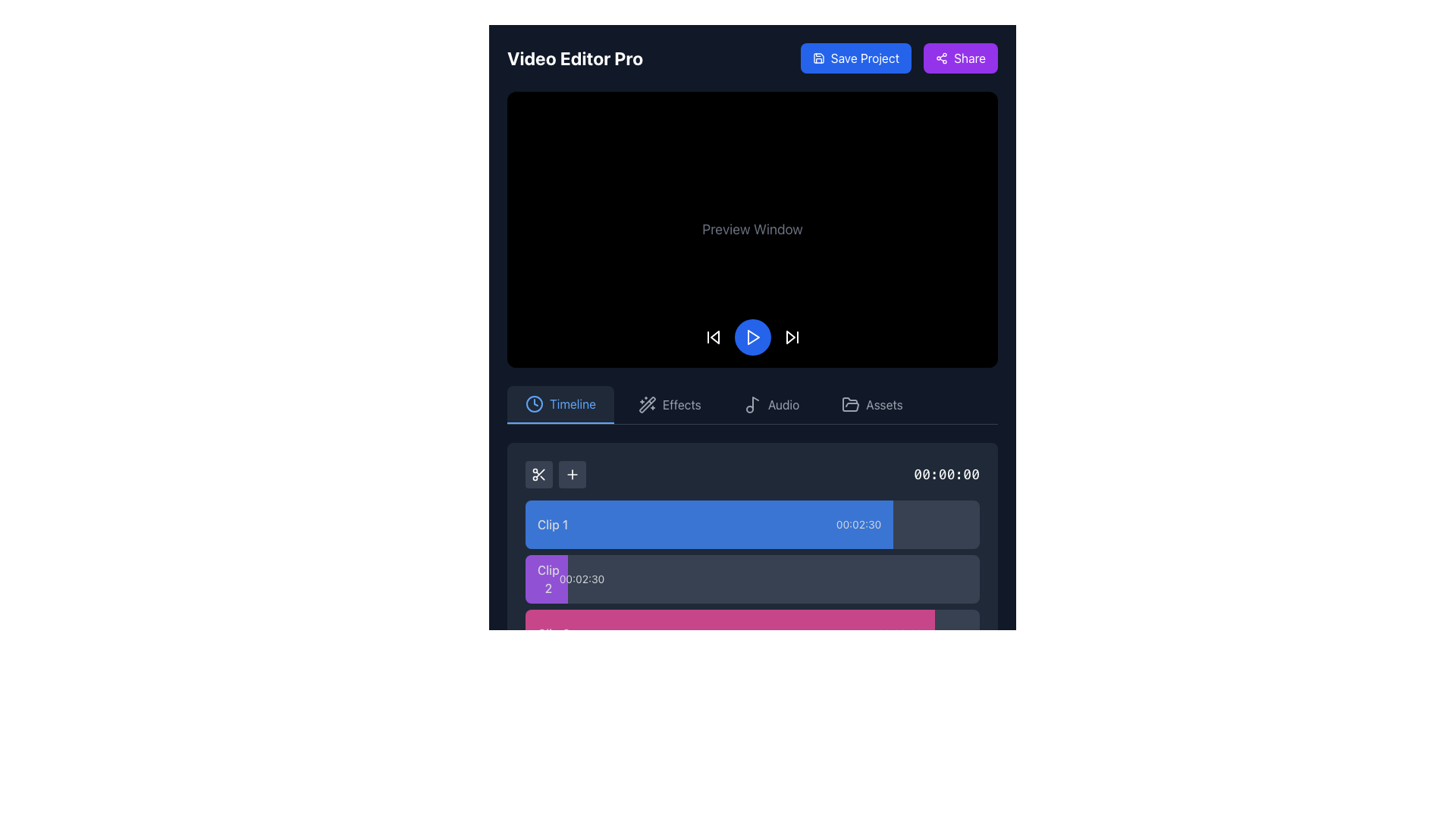  What do you see at coordinates (791, 336) in the screenshot?
I see `the media control button designed to skip forward in the playback timeline` at bounding box center [791, 336].